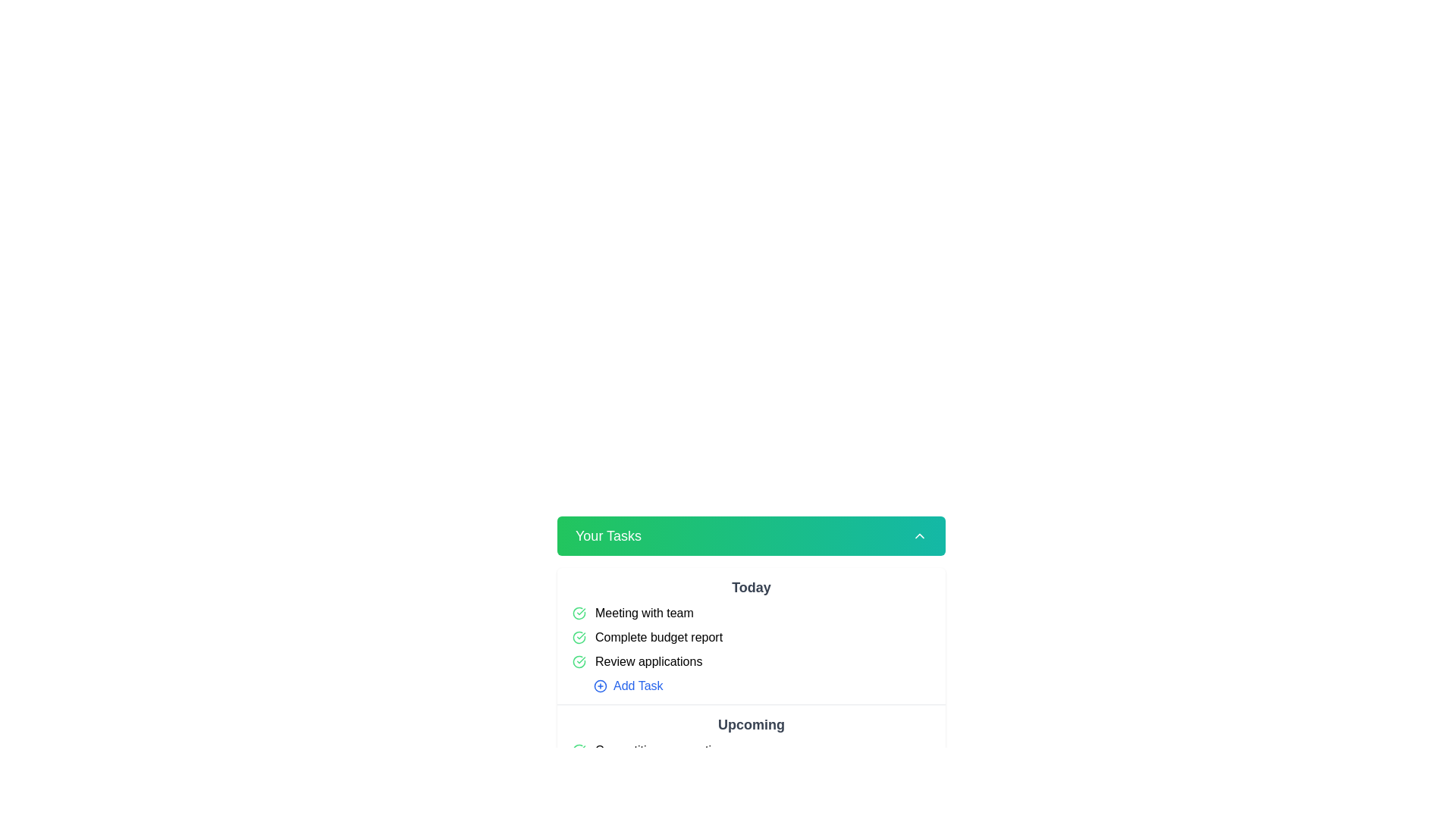  I want to click on text label that displays 'Complete budget report' in the 'Your Tasks' section under 'Today', which is the second item in the to-do list interface, so click(658, 637).